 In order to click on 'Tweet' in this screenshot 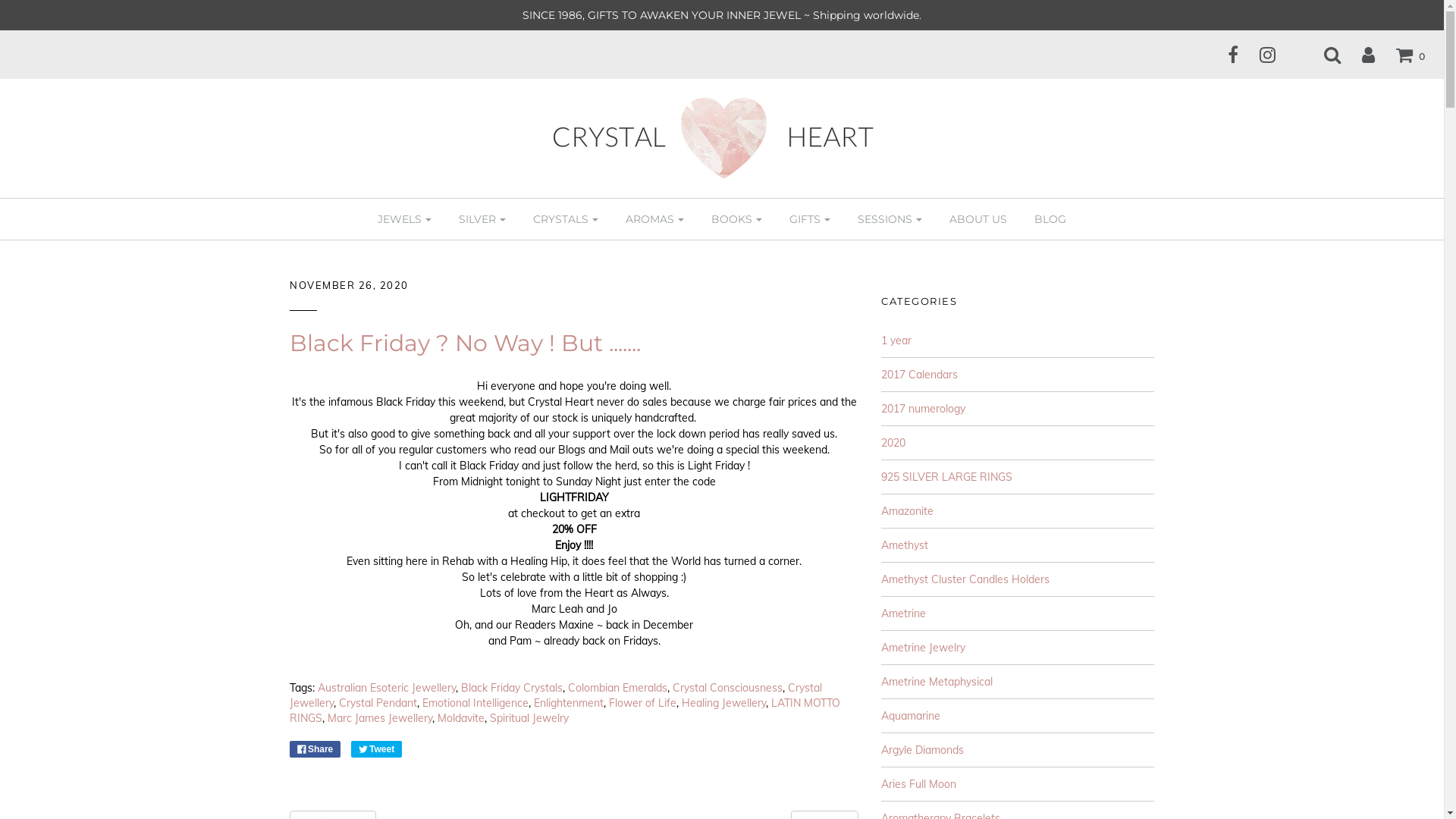, I will do `click(350, 748)`.